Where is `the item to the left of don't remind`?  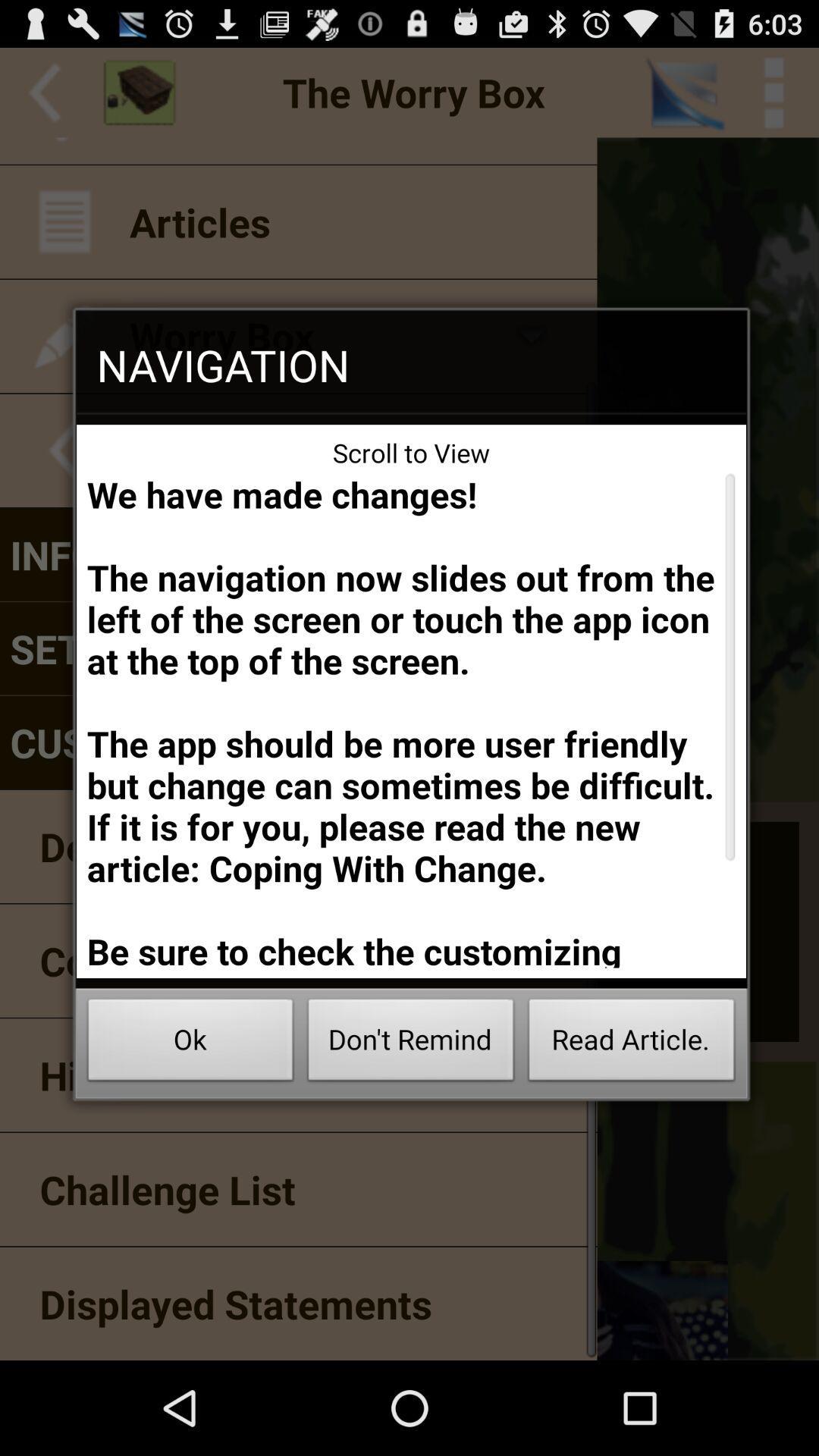 the item to the left of don't remind is located at coordinates (190, 1043).